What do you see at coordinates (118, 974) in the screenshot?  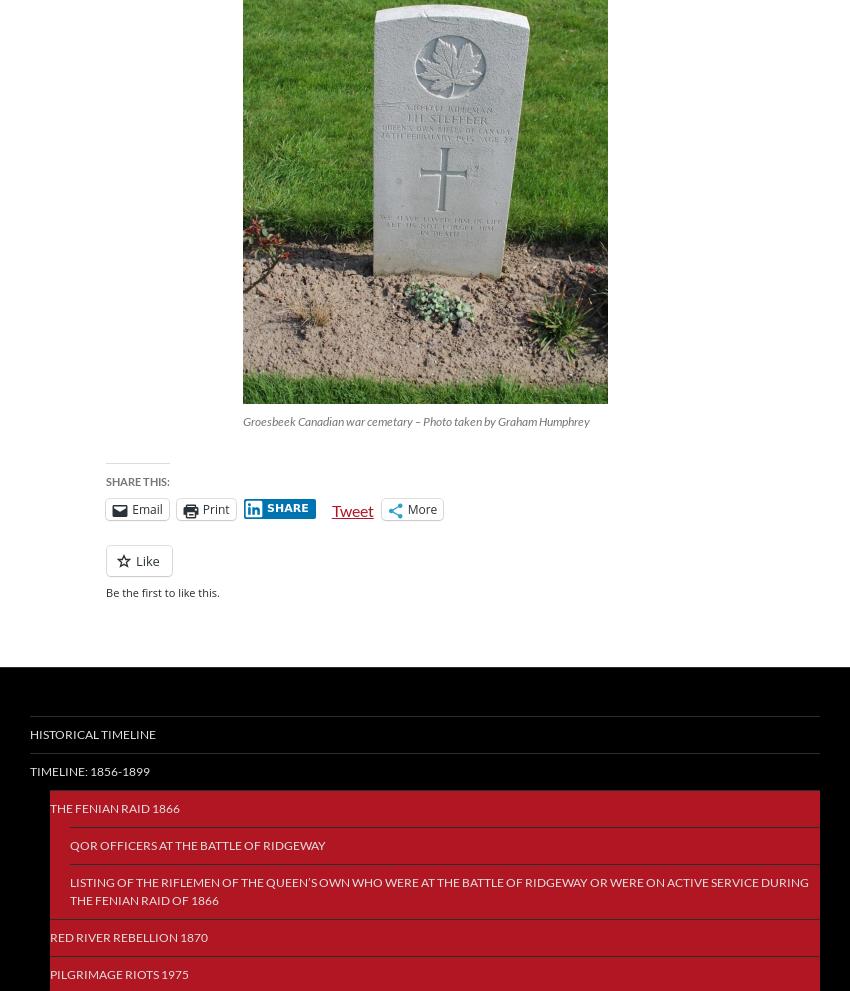 I see `'Pilgrimage Riots 1975'` at bounding box center [118, 974].